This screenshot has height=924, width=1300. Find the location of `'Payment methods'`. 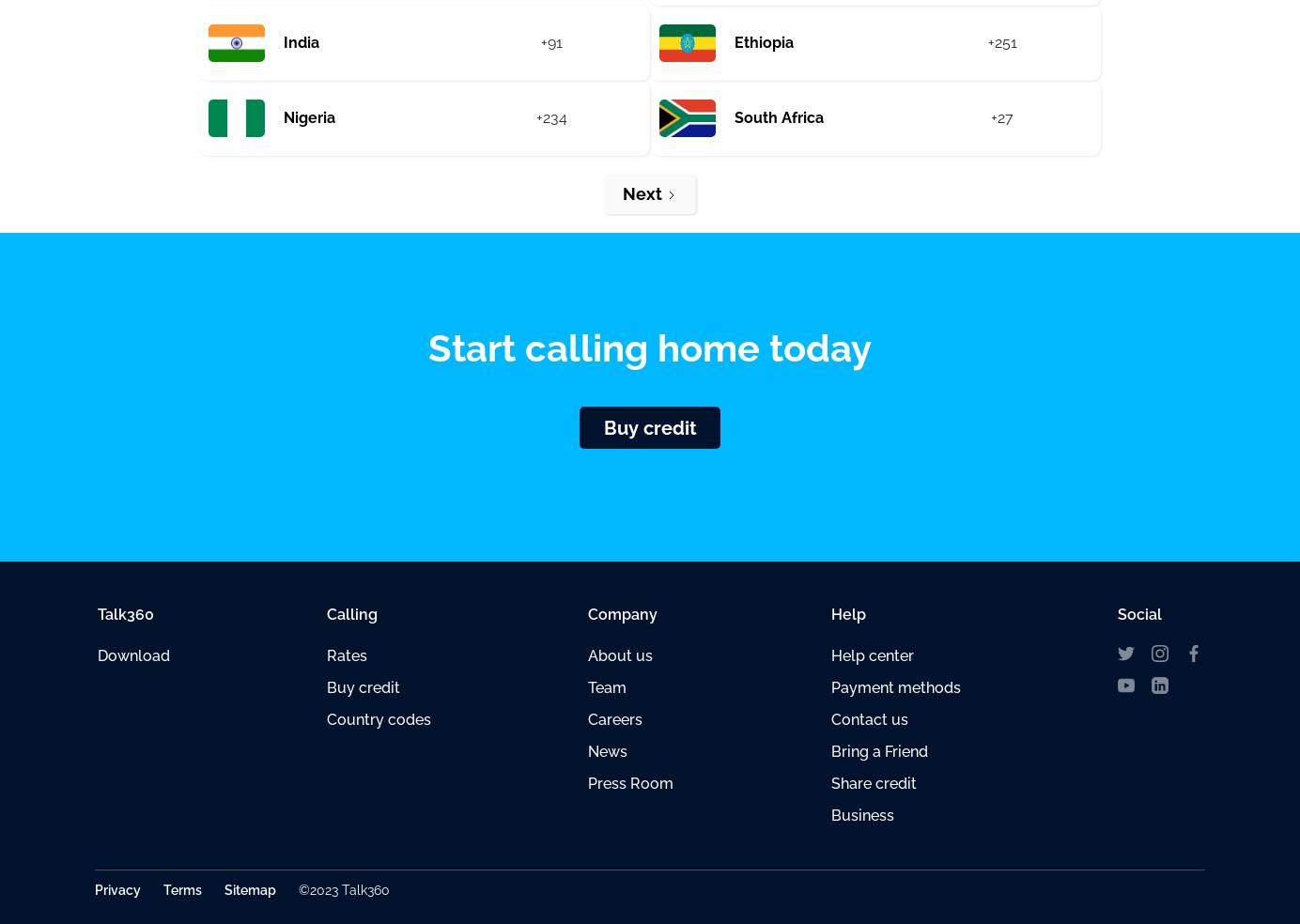

'Payment methods' is located at coordinates (894, 687).